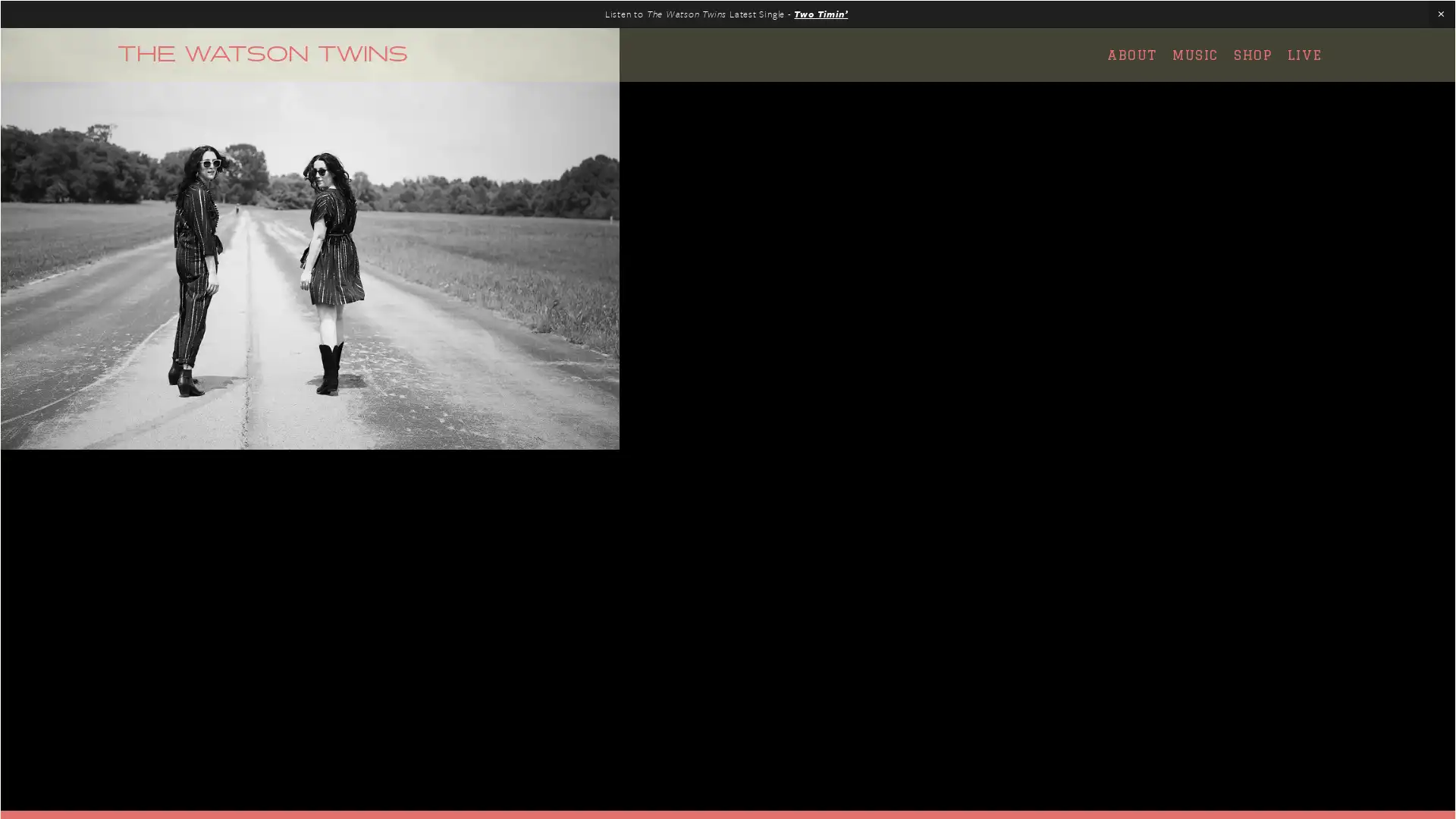 The image size is (1456, 819). What do you see at coordinates (1440, 14) in the screenshot?
I see `Close Announcement` at bounding box center [1440, 14].